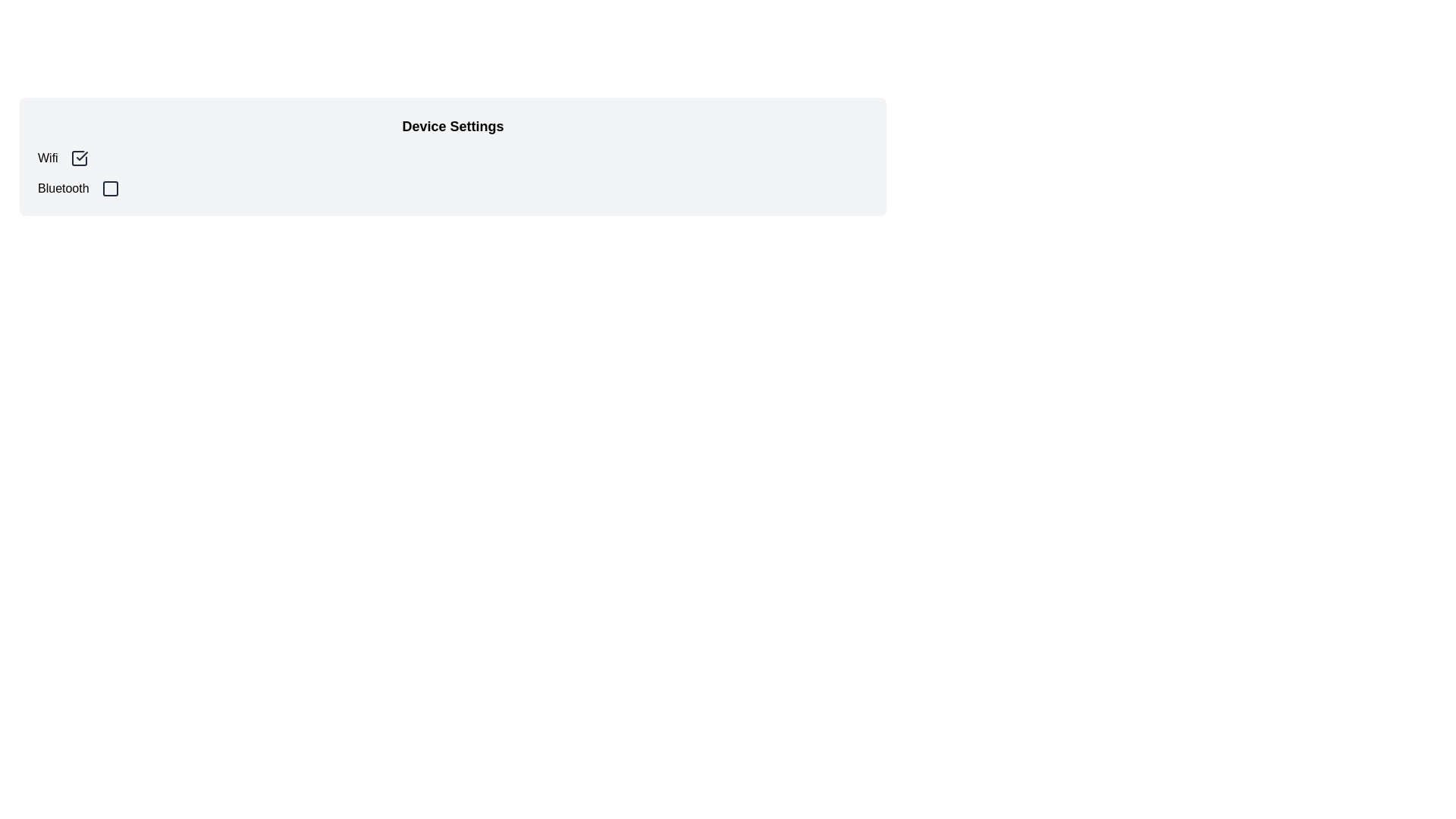  Describe the element at coordinates (109, 188) in the screenshot. I see `the square checkbox located to the right of the 'Bluetooth' label` at that location.